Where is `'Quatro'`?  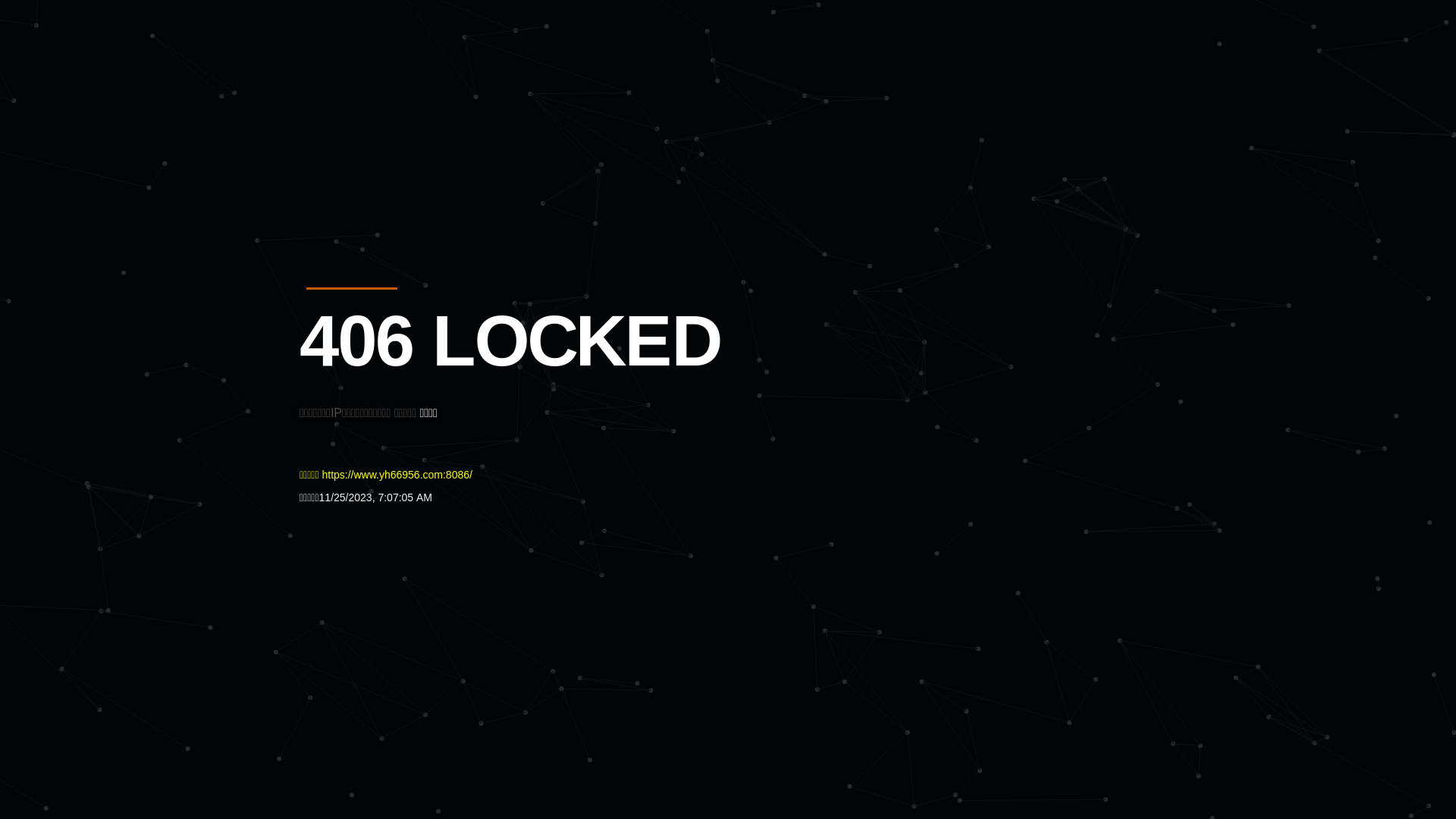
'Quatro' is located at coordinates (411, 86).